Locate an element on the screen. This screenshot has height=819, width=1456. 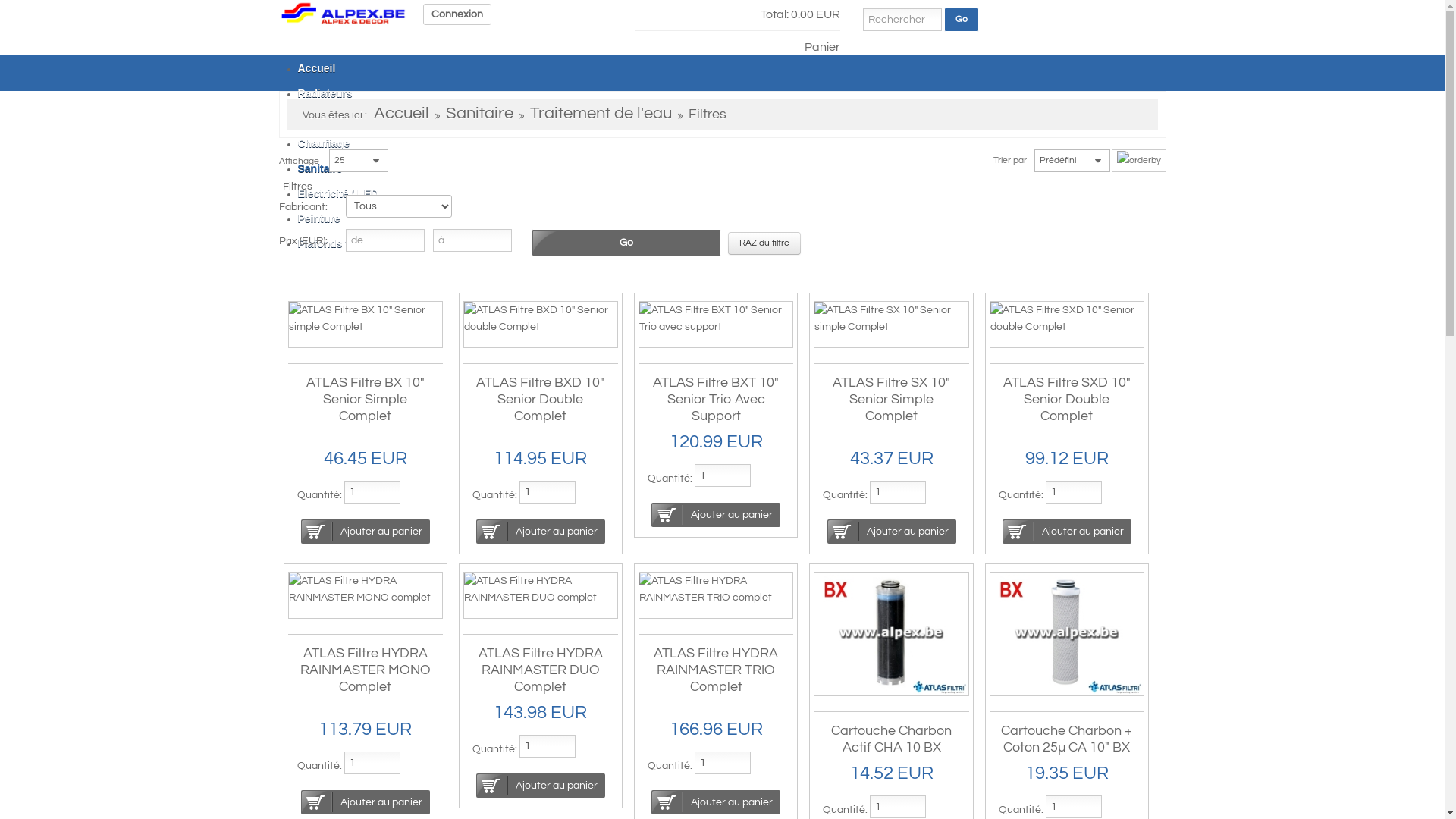
'ATLAS Filtre BX 10" Senior simple Complet' is located at coordinates (364, 318).